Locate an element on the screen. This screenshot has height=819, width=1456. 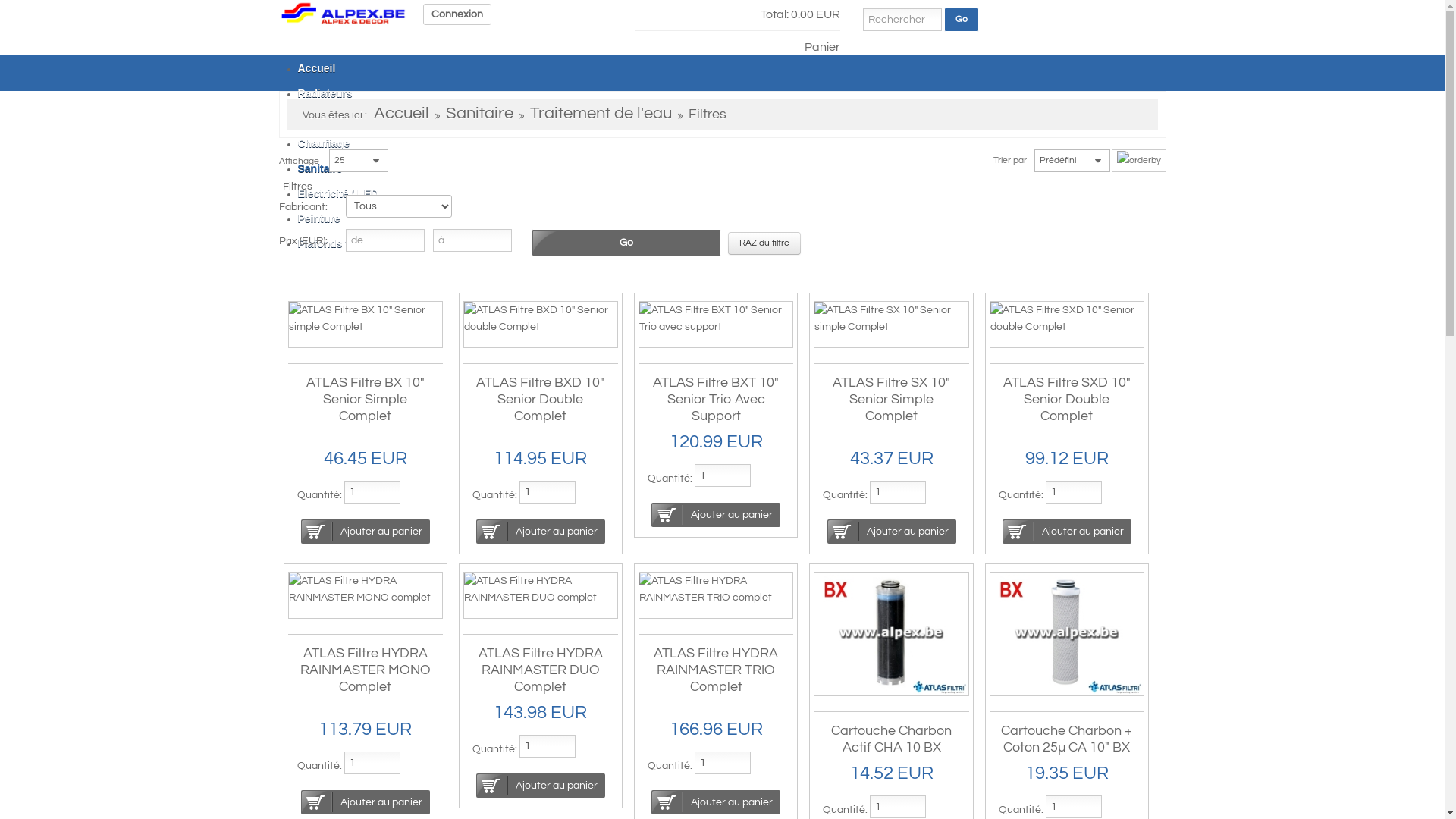
'ATLAS Filtre BX 10" Senior simple Complet' is located at coordinates (364, 318).